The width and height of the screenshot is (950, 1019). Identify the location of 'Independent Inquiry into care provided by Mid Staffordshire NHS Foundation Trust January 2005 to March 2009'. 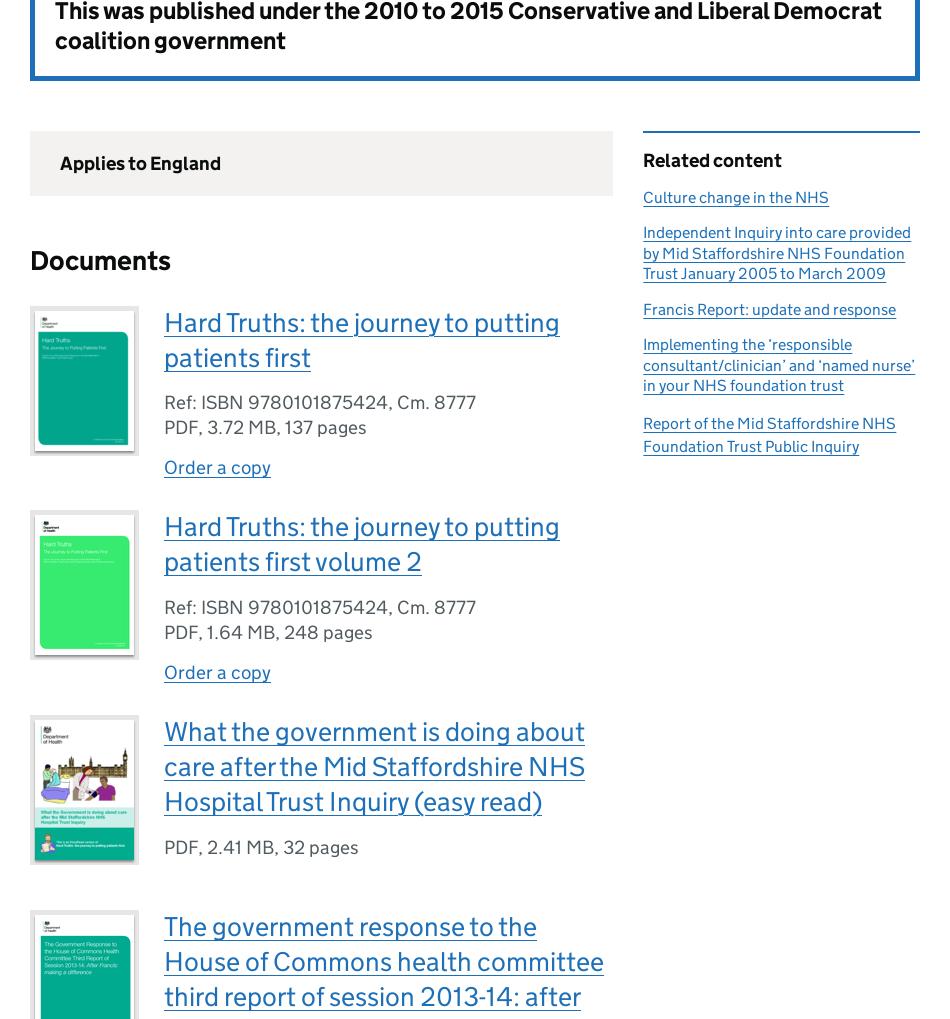
(776, 253).